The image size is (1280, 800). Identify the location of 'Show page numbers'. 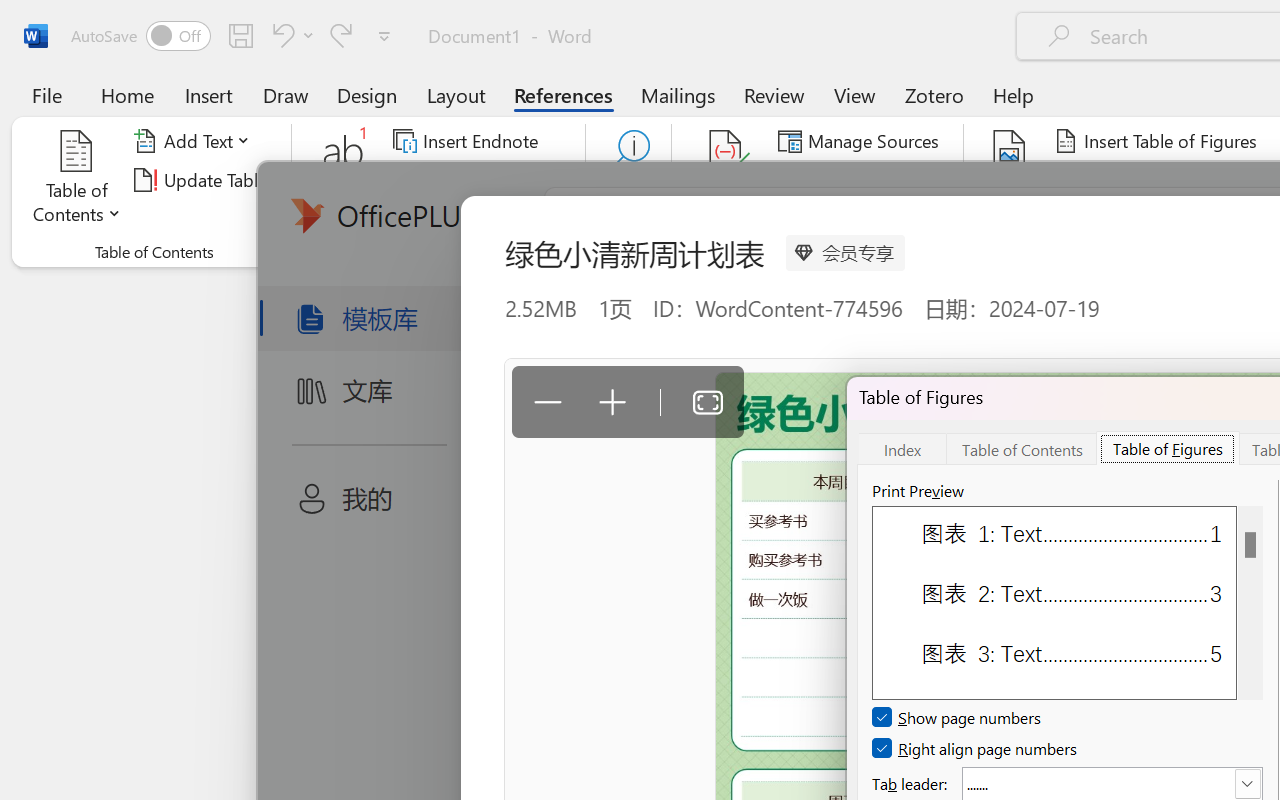
(957, 717).